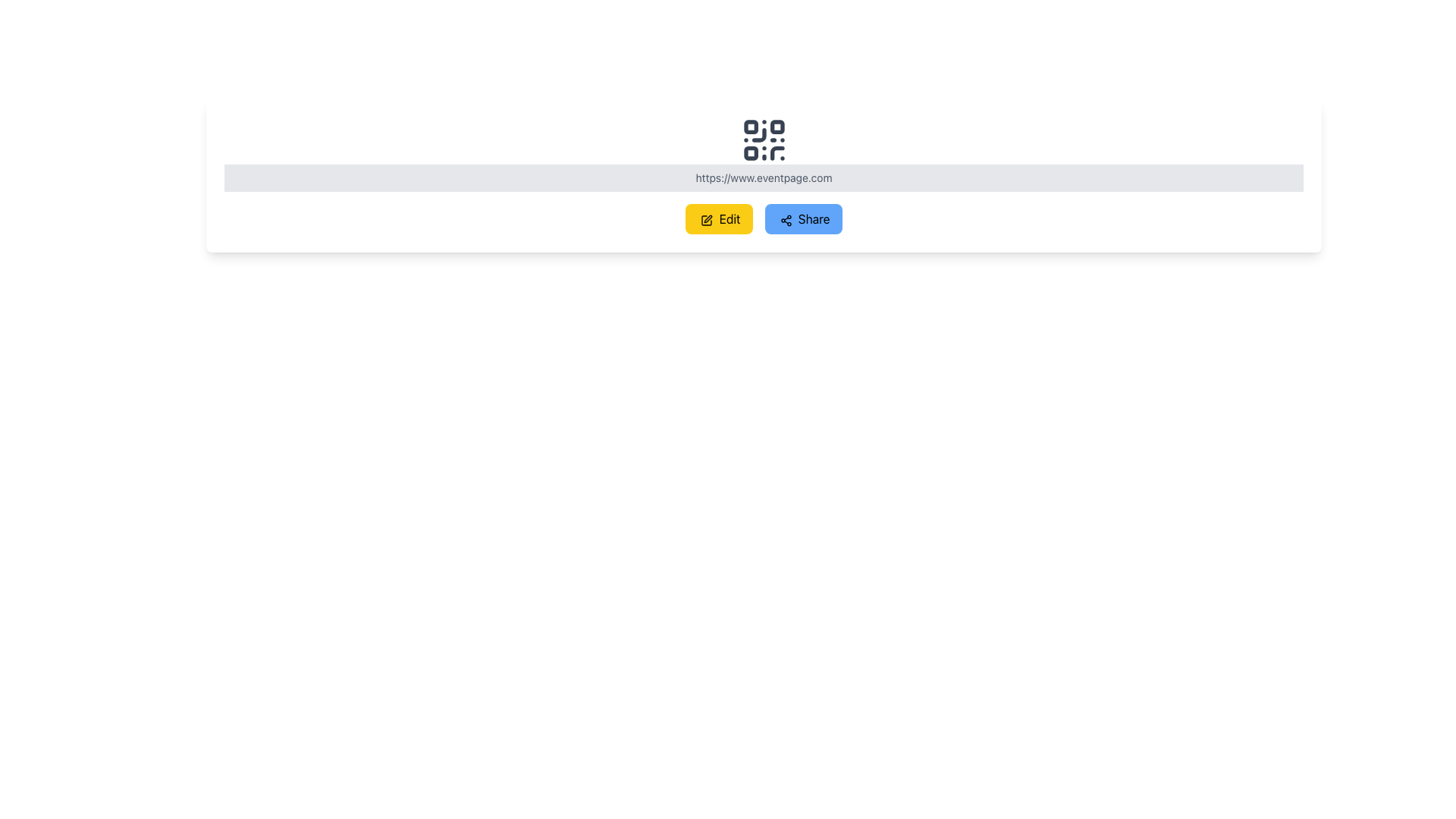 This screenshot has width=1456, height=819. I want to click on the icon that is visually part of the 'Edit' button, located to the left of the blue 'Share' button, so click(706, 220).